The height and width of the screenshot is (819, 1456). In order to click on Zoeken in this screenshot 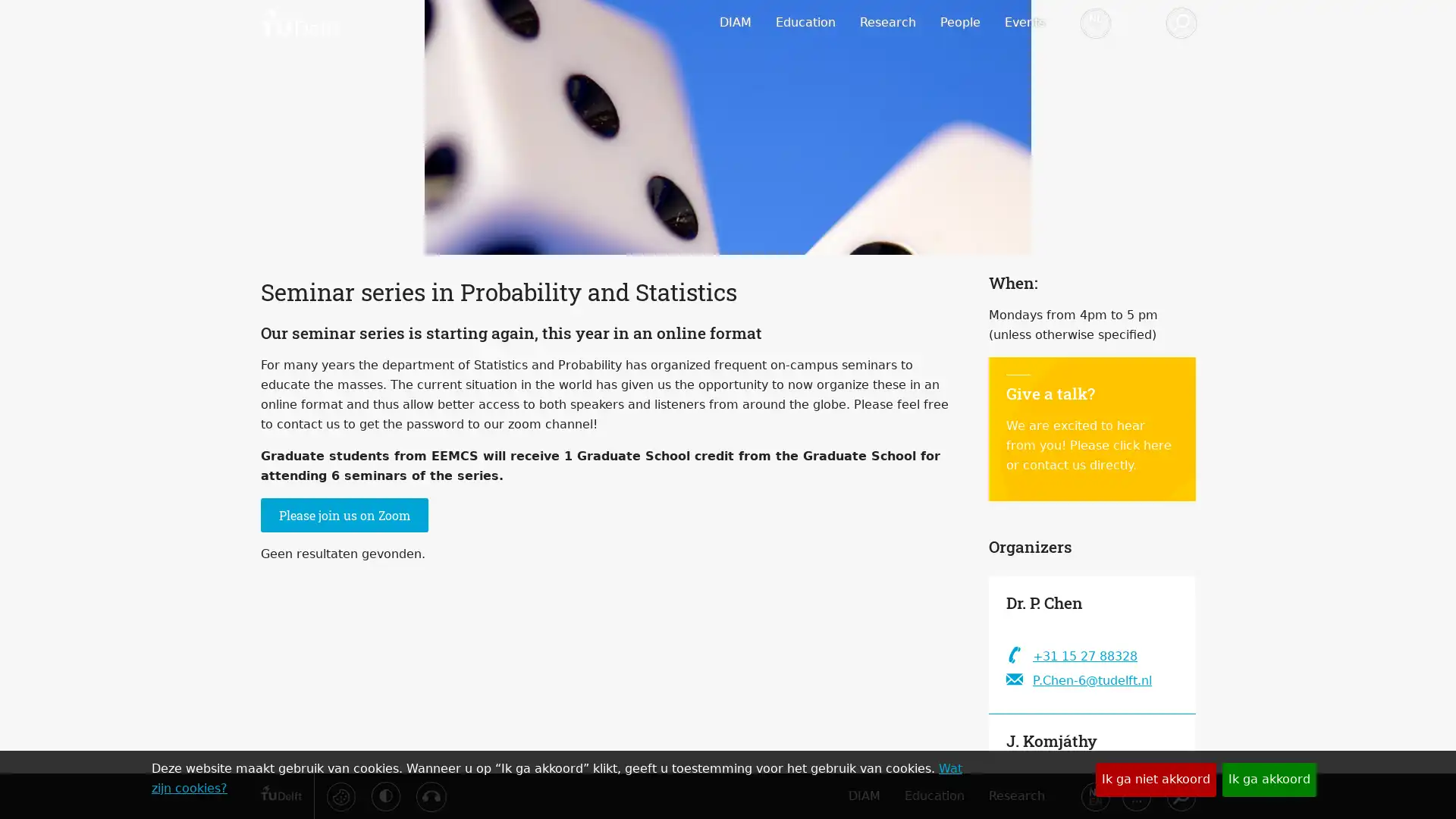, I will do `click(1179, 23)`.